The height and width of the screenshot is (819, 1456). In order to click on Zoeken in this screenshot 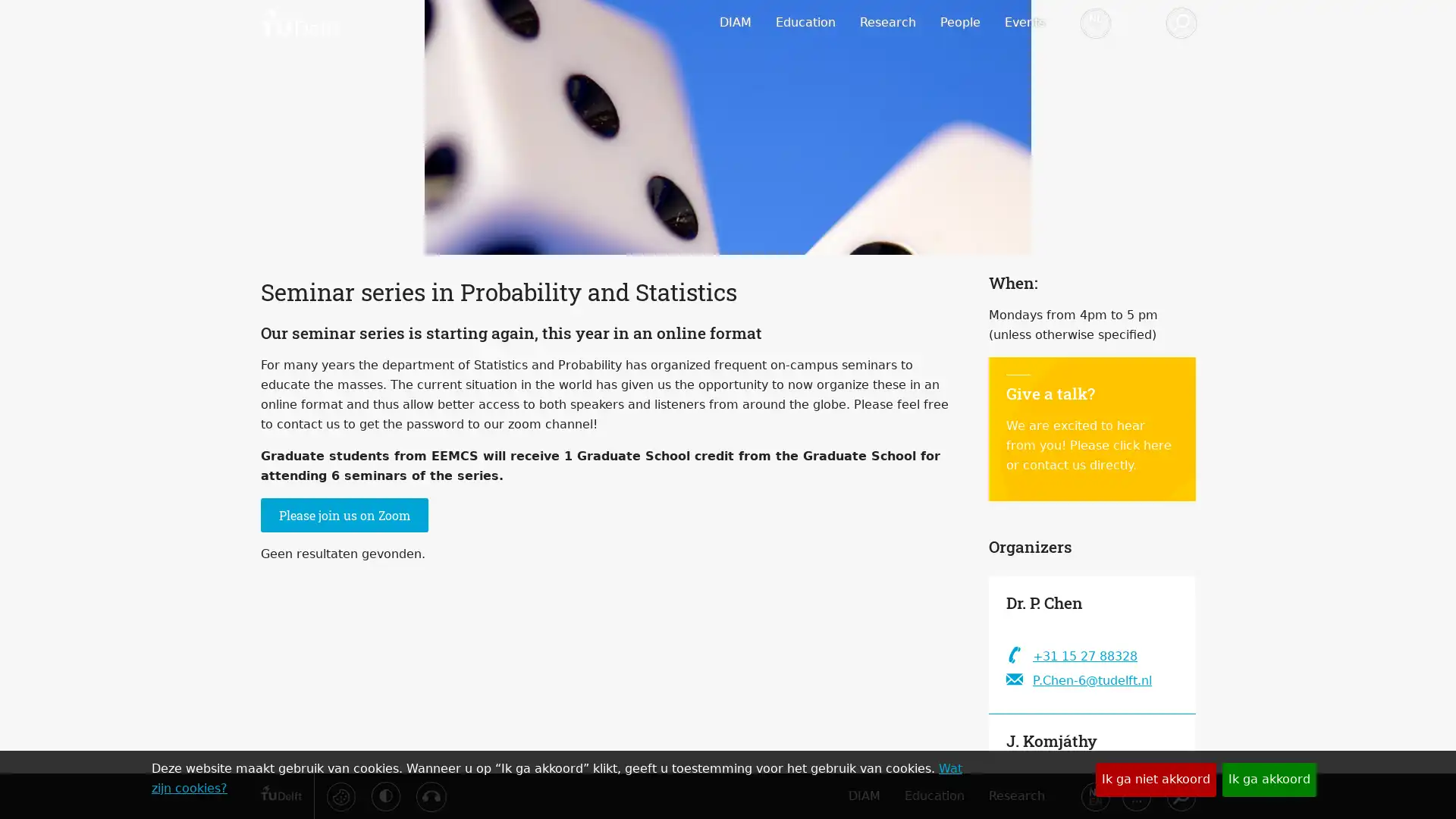, I will do `click(1179, 23)`.